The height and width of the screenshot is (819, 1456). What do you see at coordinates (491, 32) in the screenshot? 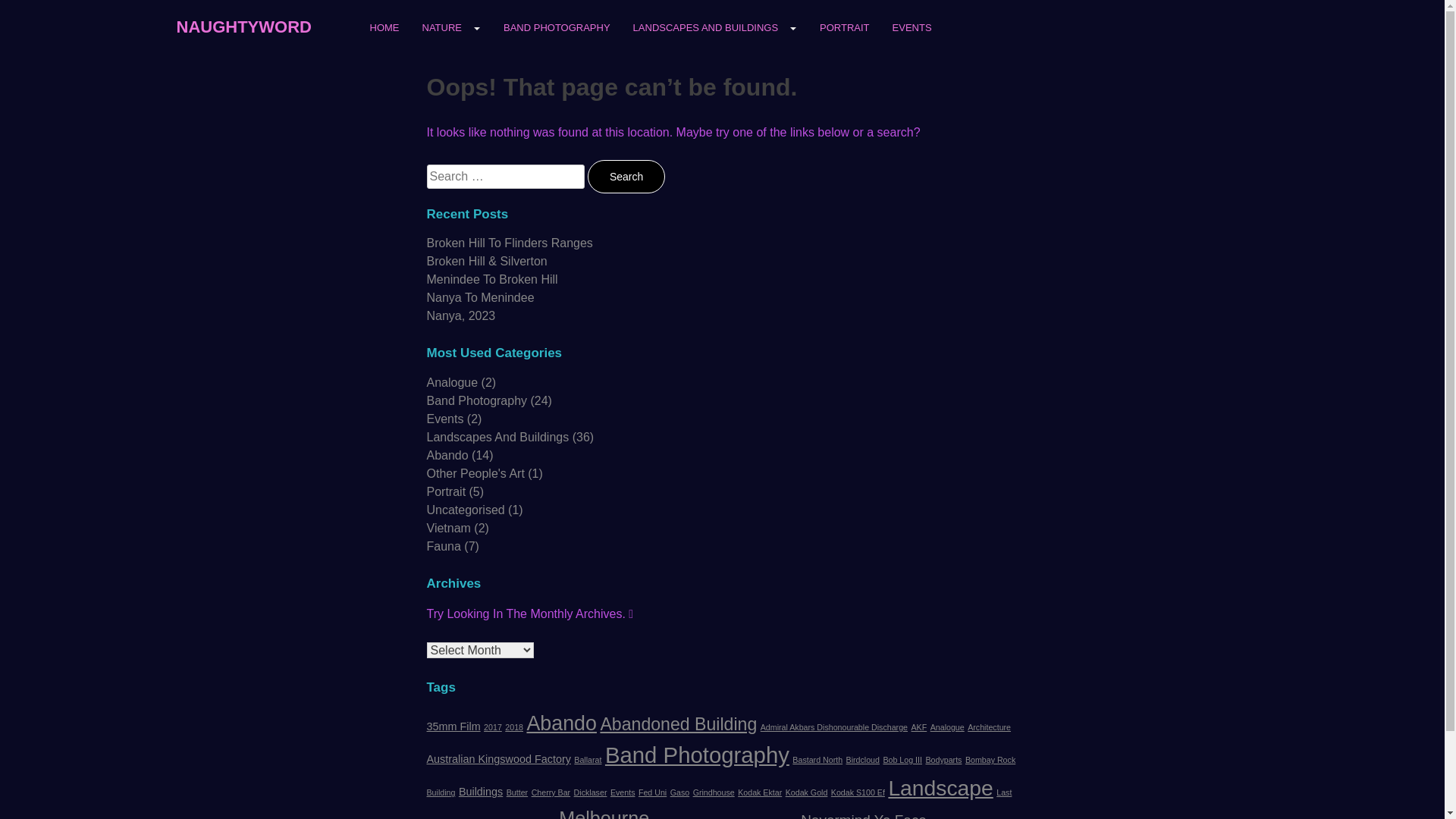
I see `'BAND PHOTOGRAPHY'` at bounding box center [491, 32].